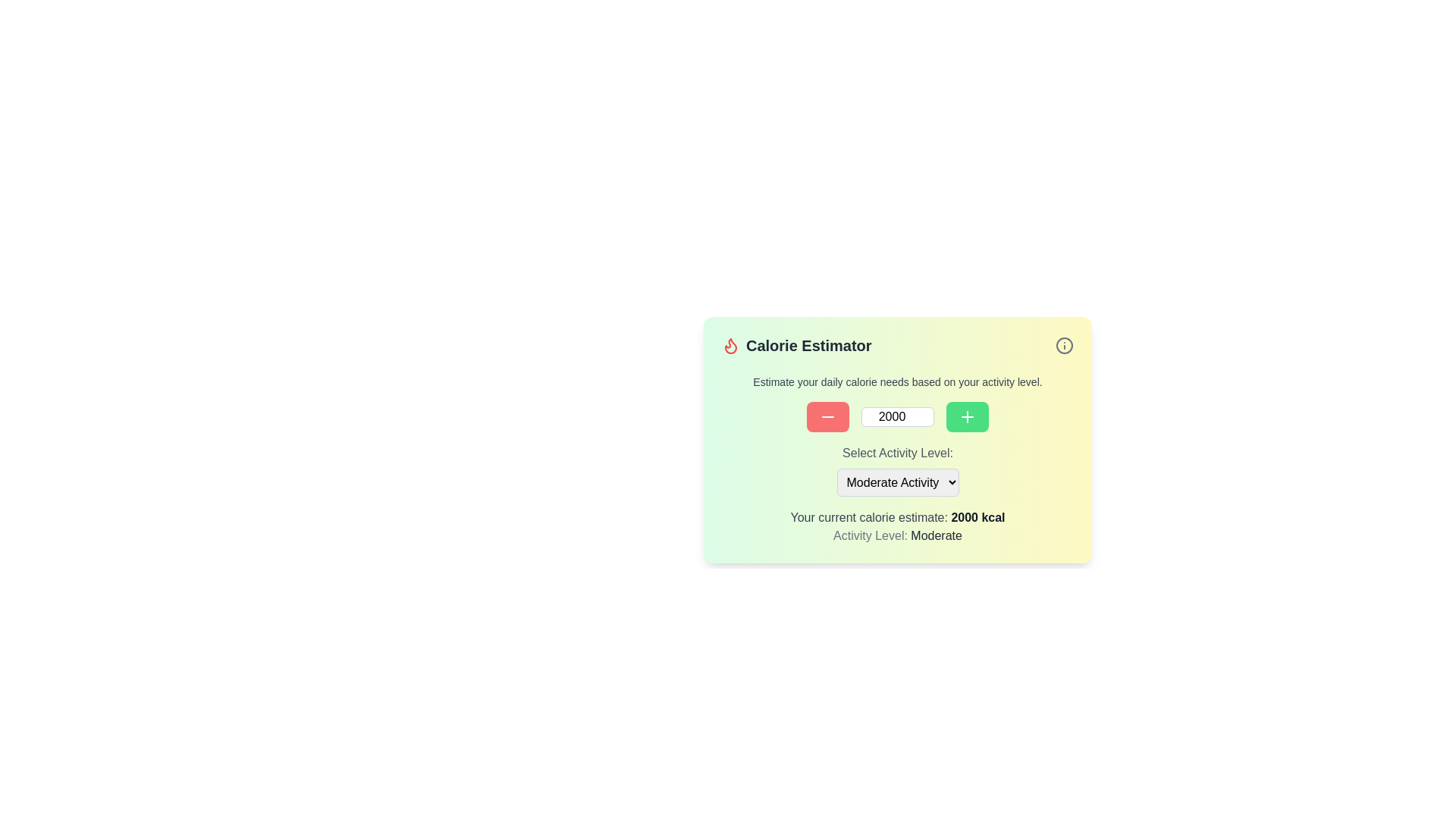  What do you see at coordinates (898, 452) in the screenshot?
I see `the Text Label that describes the dropdown menu for selecting an activity level, located near the upper-center of the form` at bounding box center [898, 452].